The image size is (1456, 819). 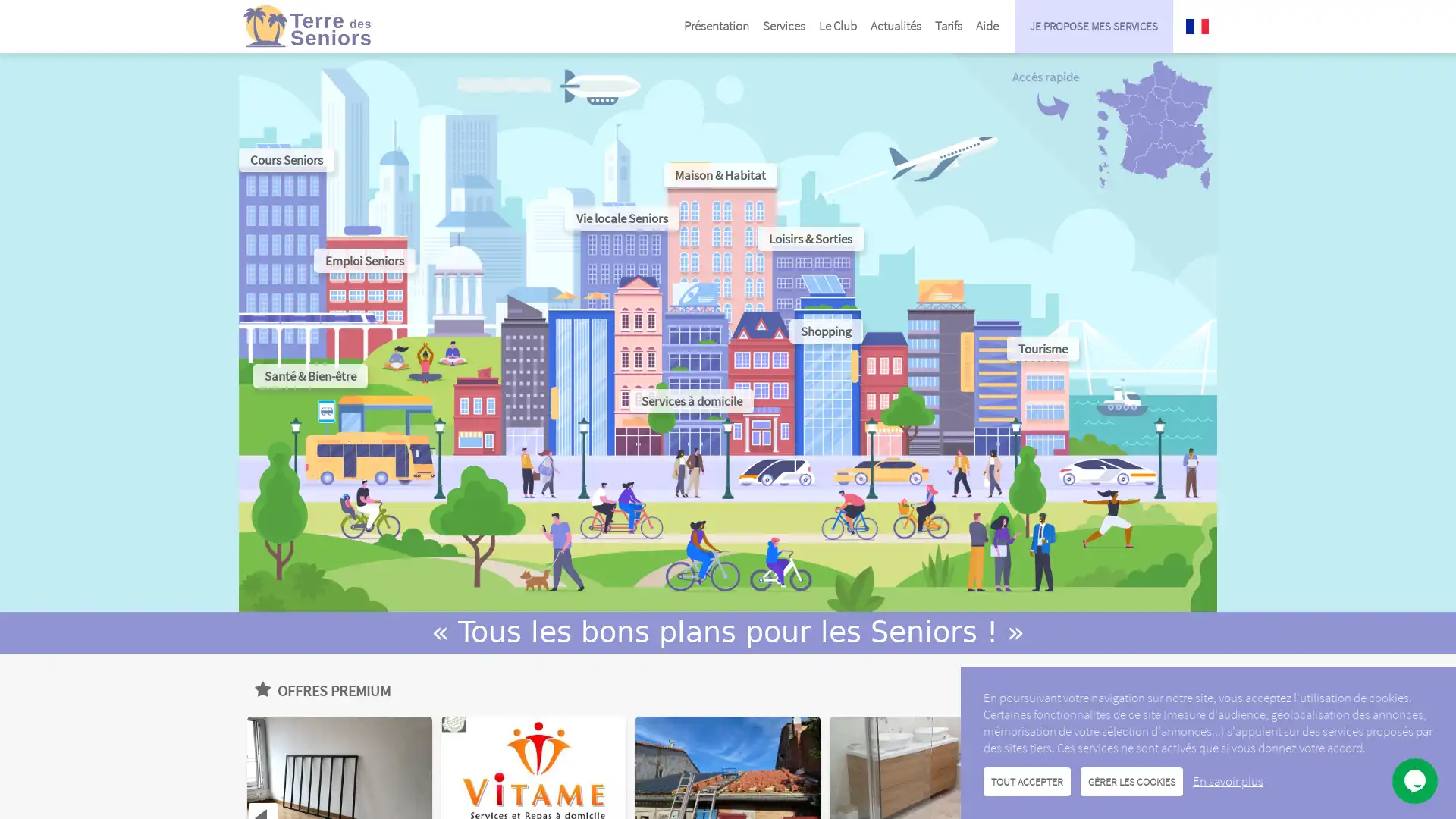 I want to click on GERER LES COOKIES, so click(x=1131, y=781).